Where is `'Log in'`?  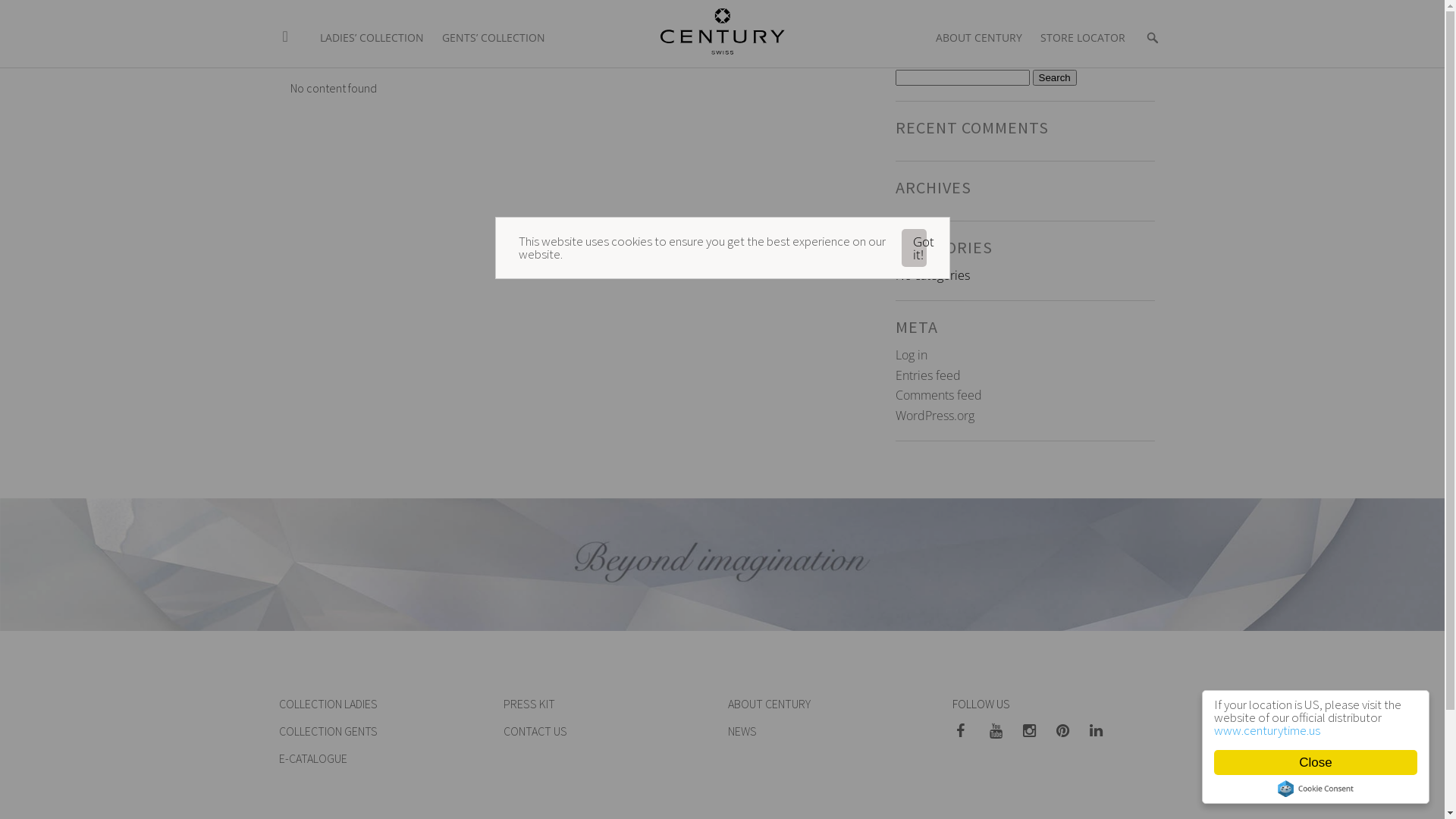 'Log in' is located at coordinates (910, 354).